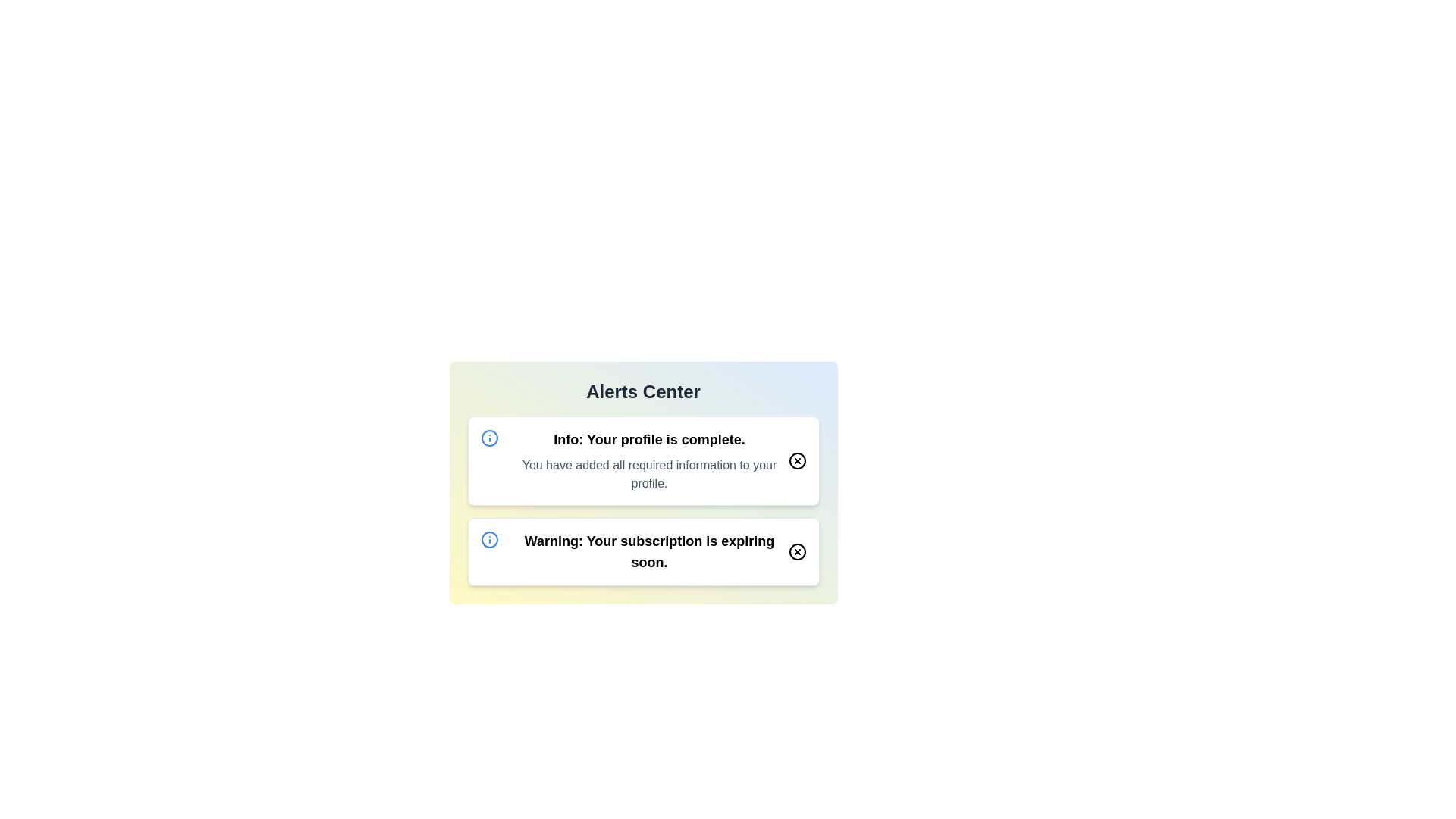 The width and height of the screenshot is (1456, 819). What do you see at coordinates (796, 460) in the screenshot?
I see `the Close icon to trigger its associated action` at bounding box center [796, 460].